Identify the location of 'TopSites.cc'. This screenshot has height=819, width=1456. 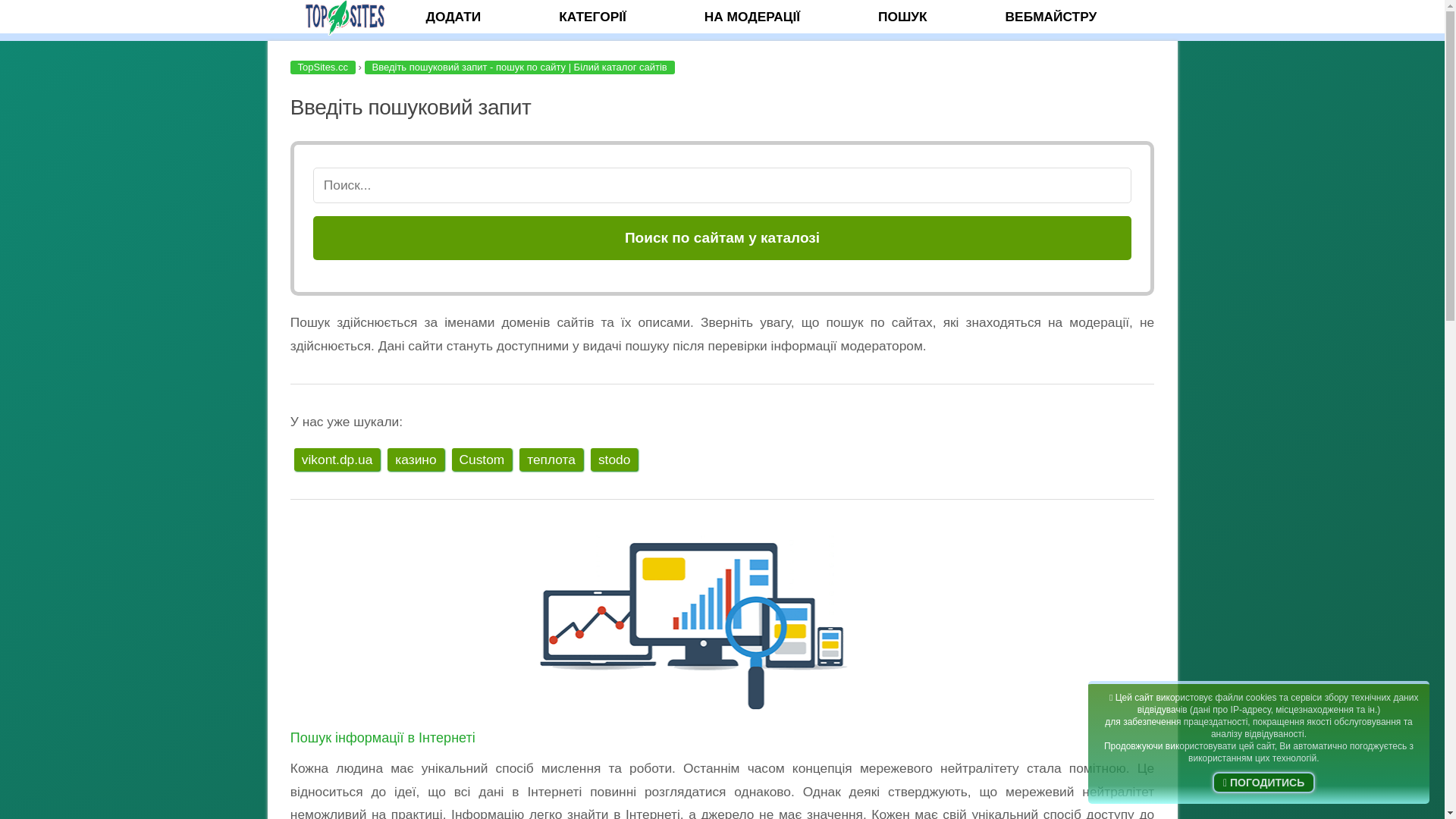
(322, 66).